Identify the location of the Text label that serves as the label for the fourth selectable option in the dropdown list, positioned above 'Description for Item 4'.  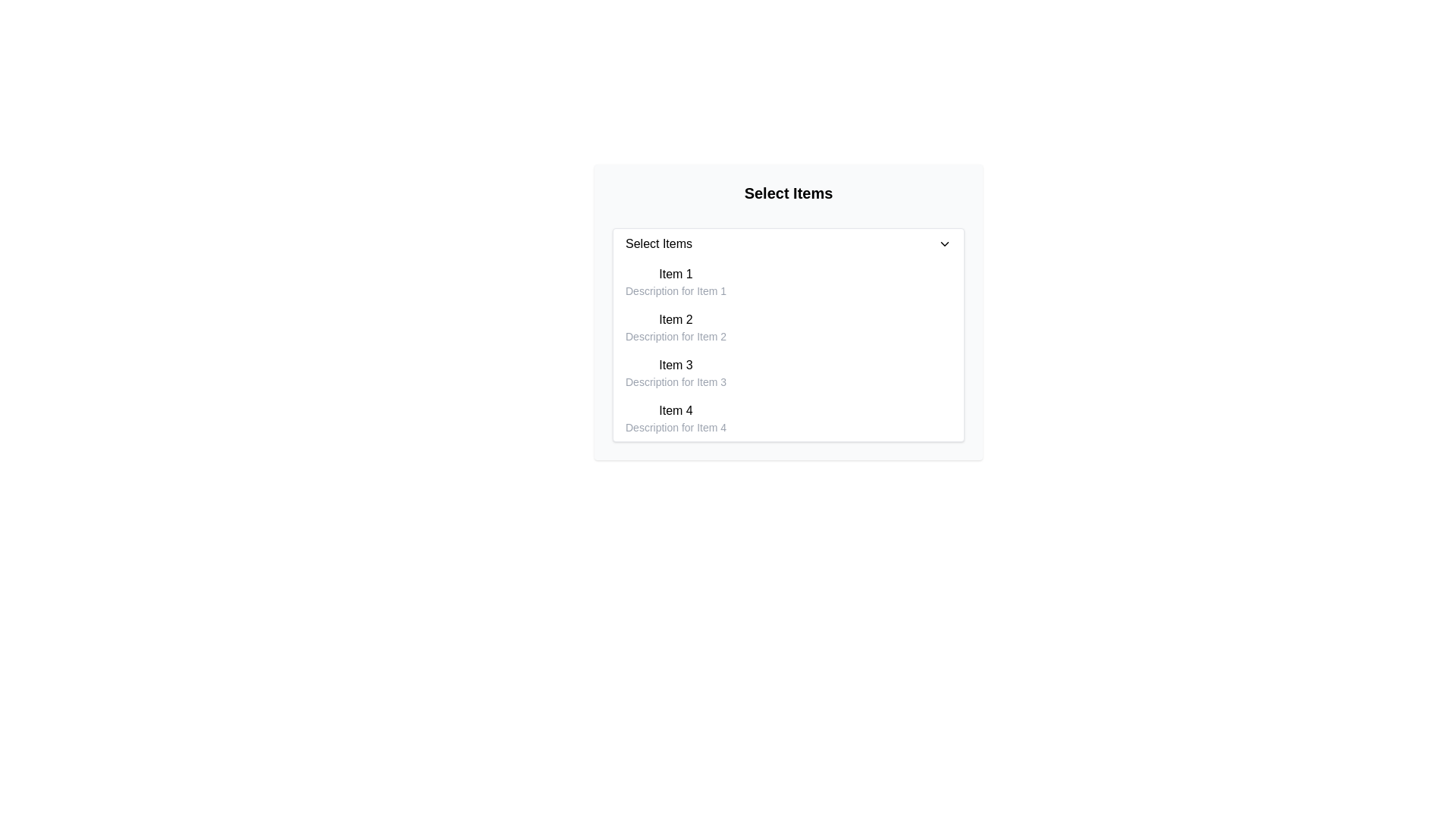
(675, 411).